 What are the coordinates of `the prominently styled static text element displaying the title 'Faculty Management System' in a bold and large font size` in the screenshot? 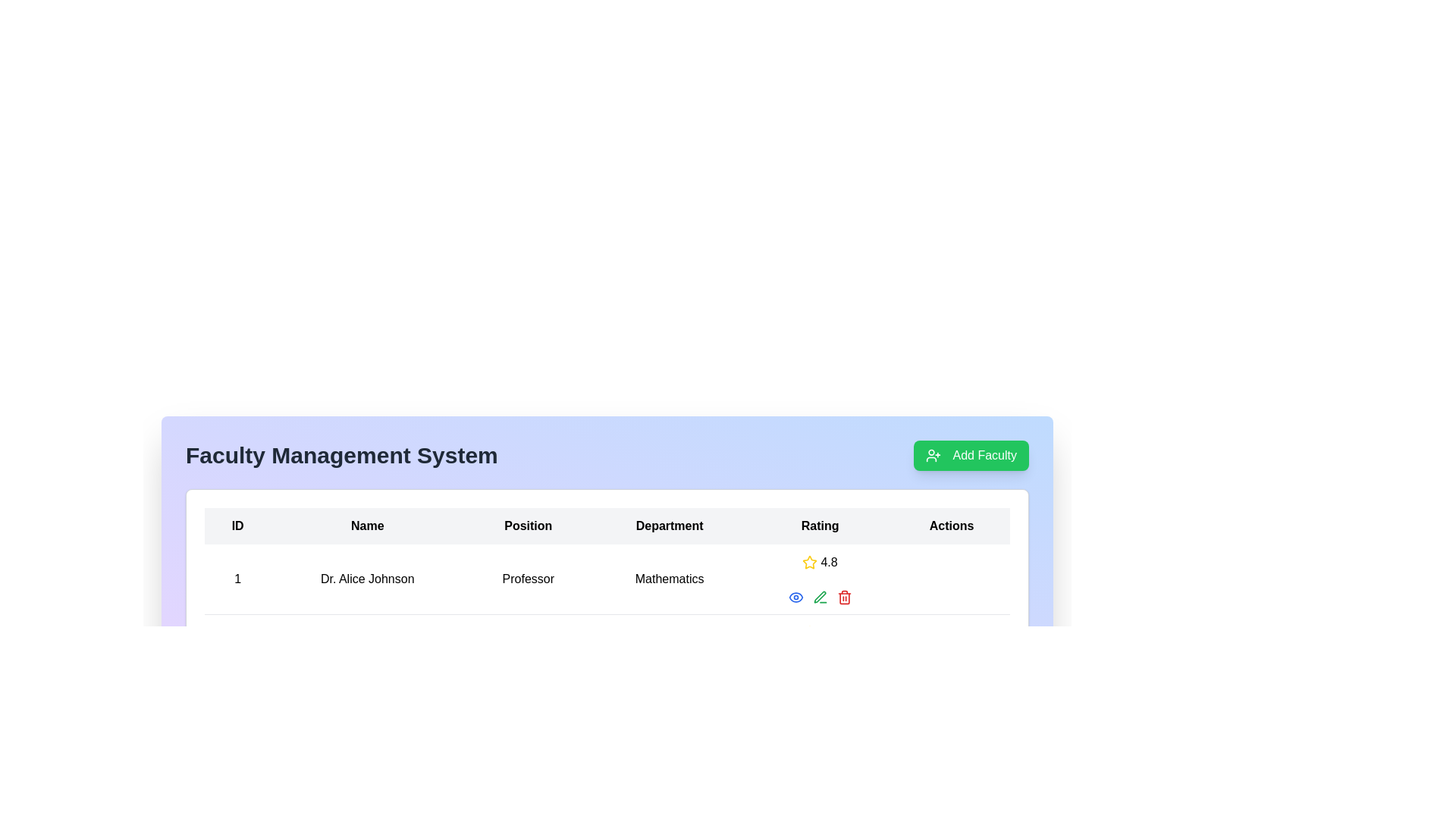 It's located at (340, 455).